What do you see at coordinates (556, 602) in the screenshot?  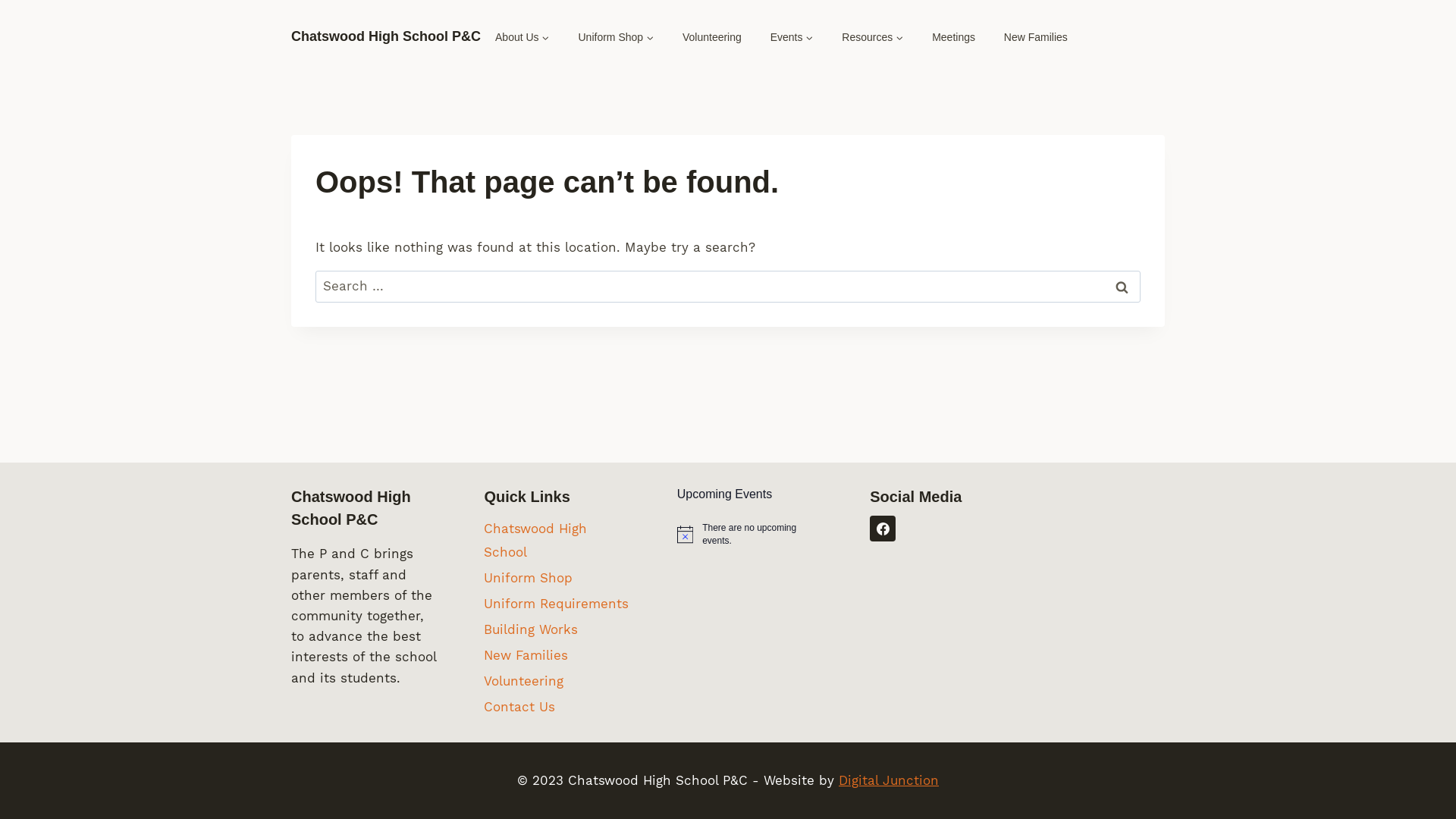 I see `'Uniform Requirements'` at bounding box center [556, 602].